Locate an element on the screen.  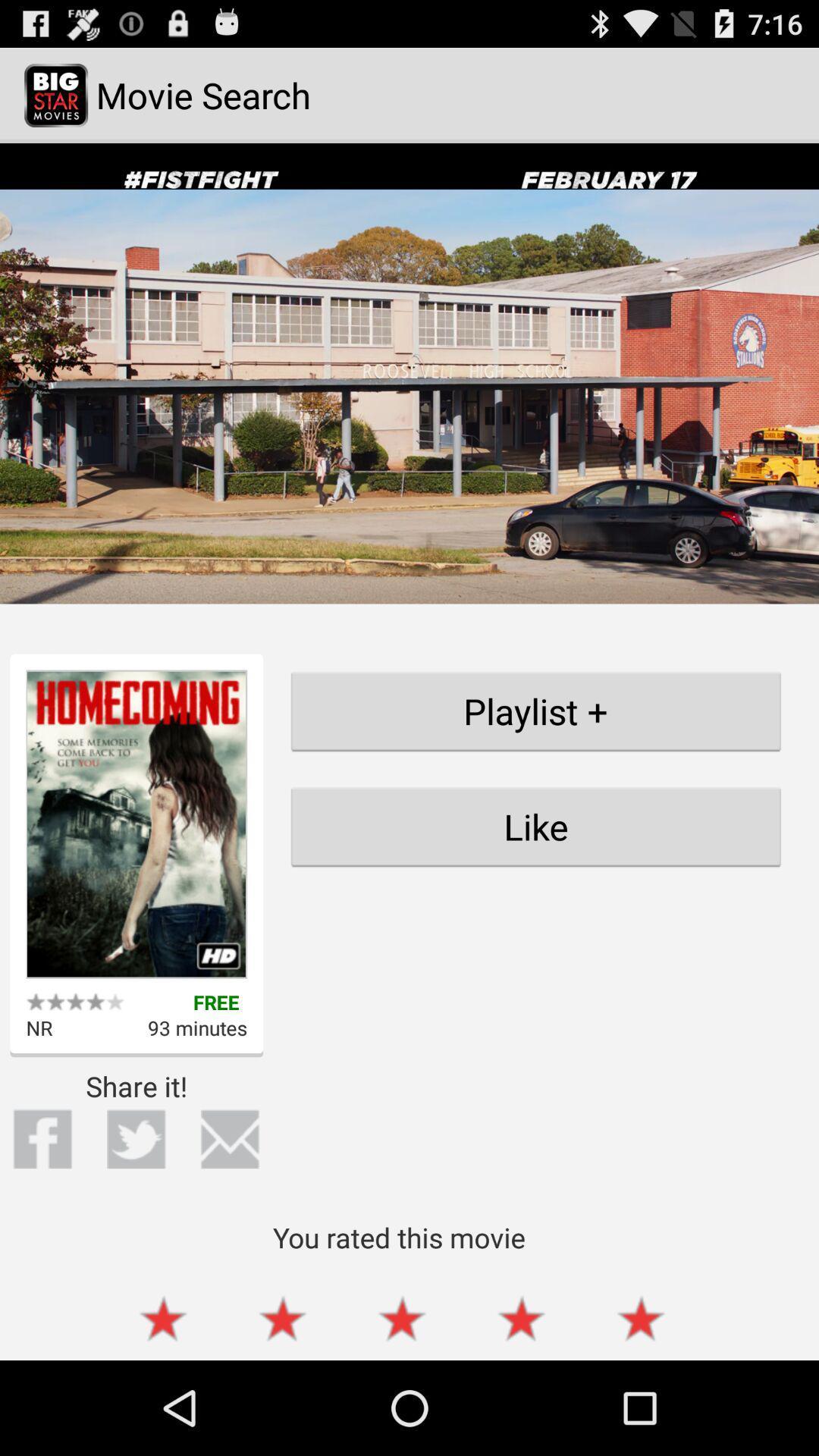
the star icon is located at coordinates (280, 1411).